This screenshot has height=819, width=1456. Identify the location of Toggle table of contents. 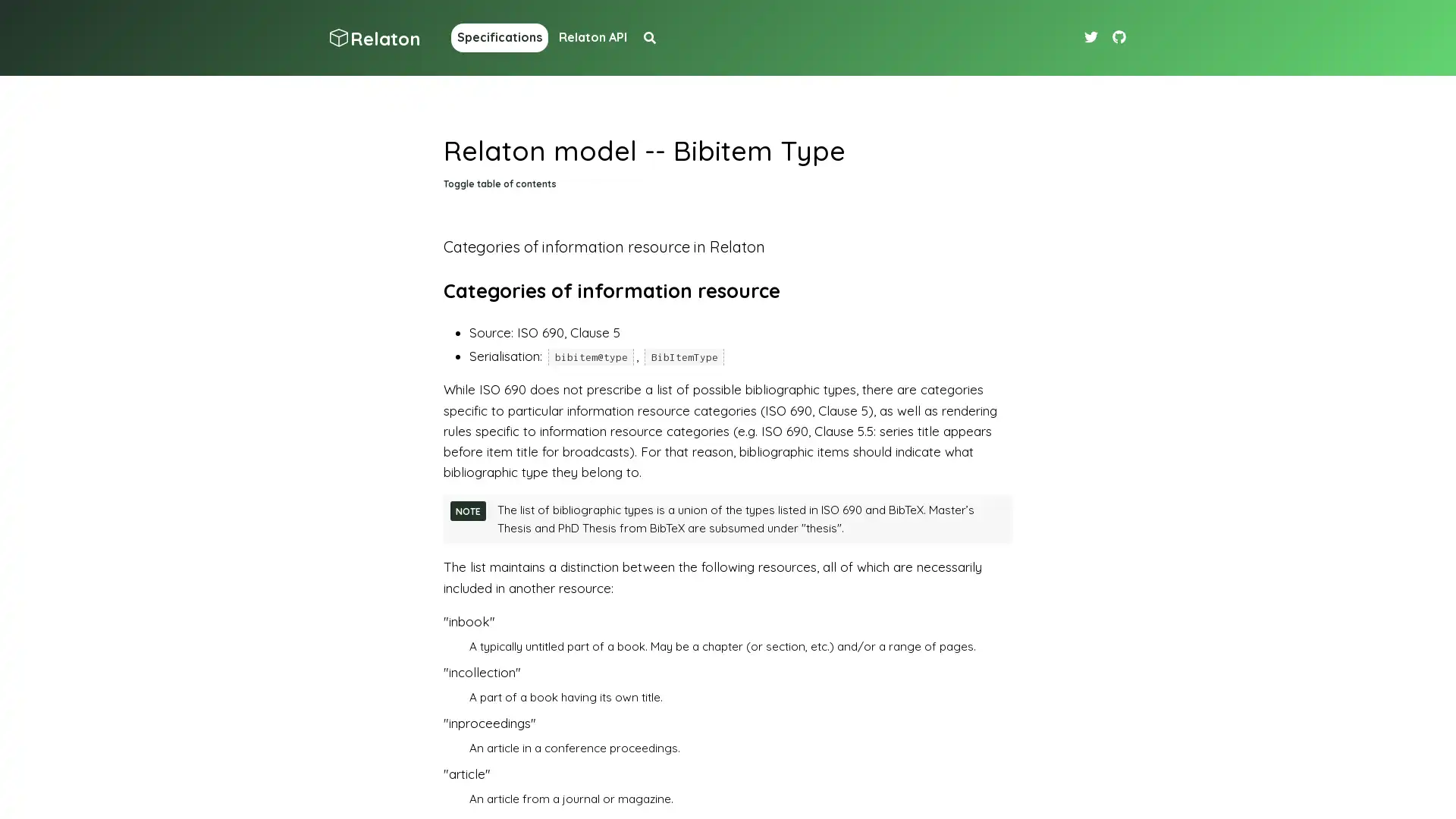
(500, 182).